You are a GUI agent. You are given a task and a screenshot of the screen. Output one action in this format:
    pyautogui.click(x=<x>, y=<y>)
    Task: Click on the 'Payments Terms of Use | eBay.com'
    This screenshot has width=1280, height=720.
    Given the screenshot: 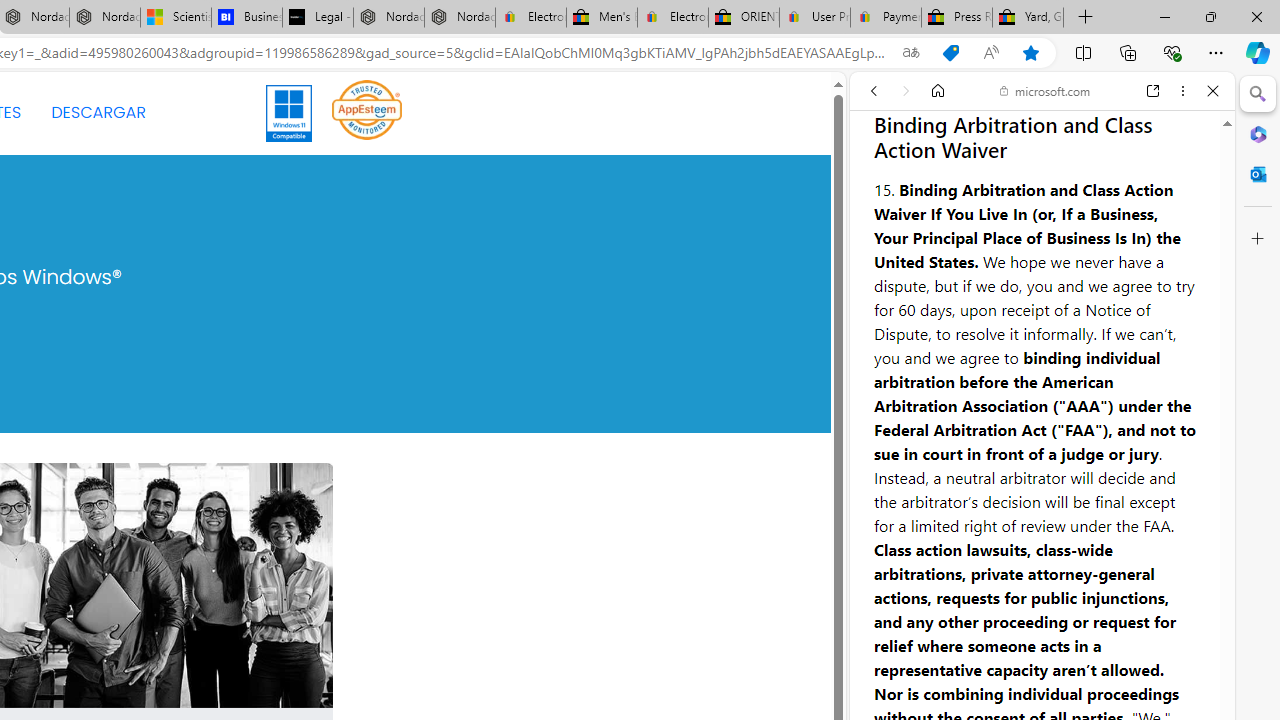 What is the action you would take?
    pyautogui.click(x=885, y=17)
    